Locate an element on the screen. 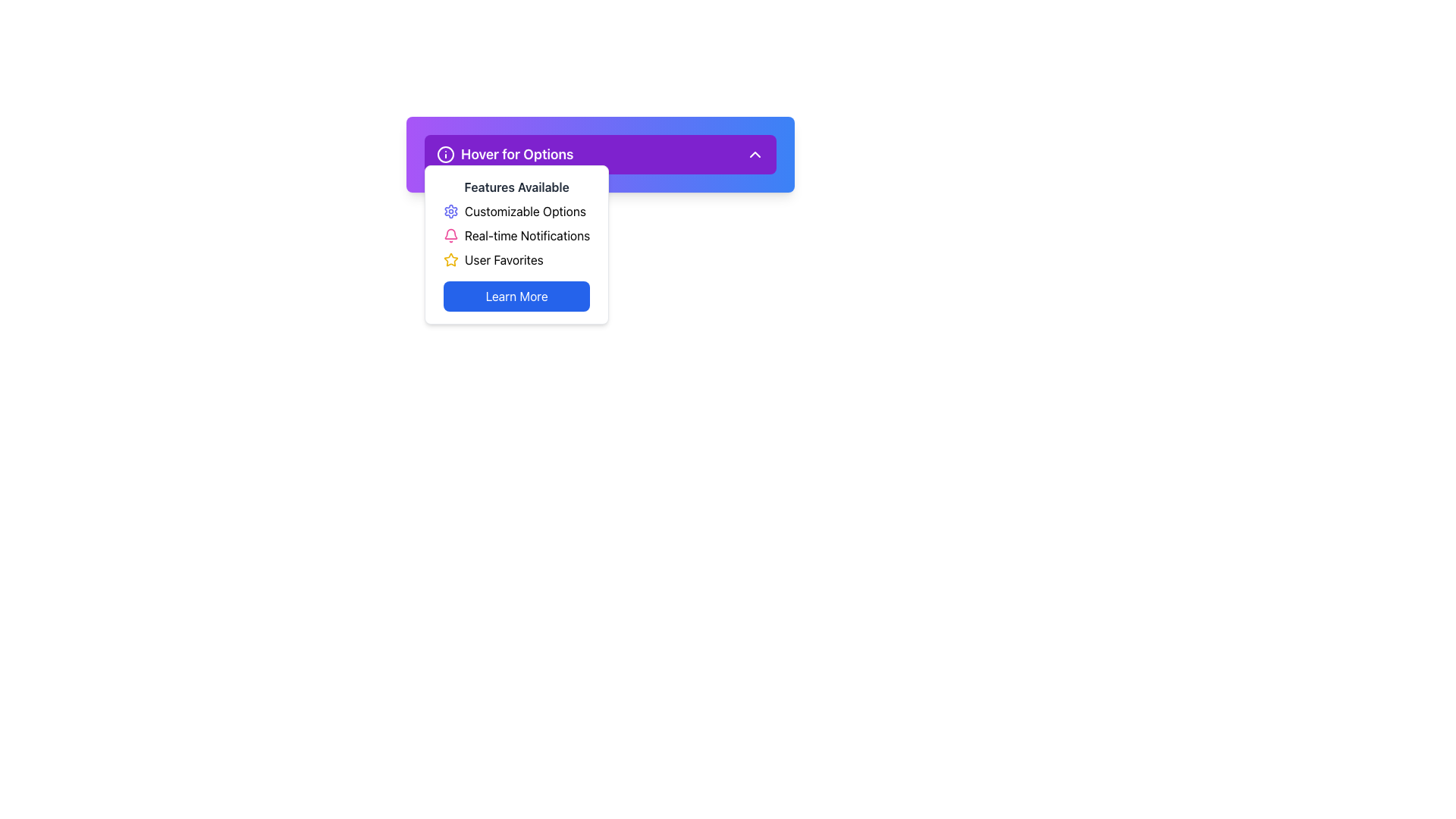  the 'Customizable Options' list item is located at coordinates (516, 211).